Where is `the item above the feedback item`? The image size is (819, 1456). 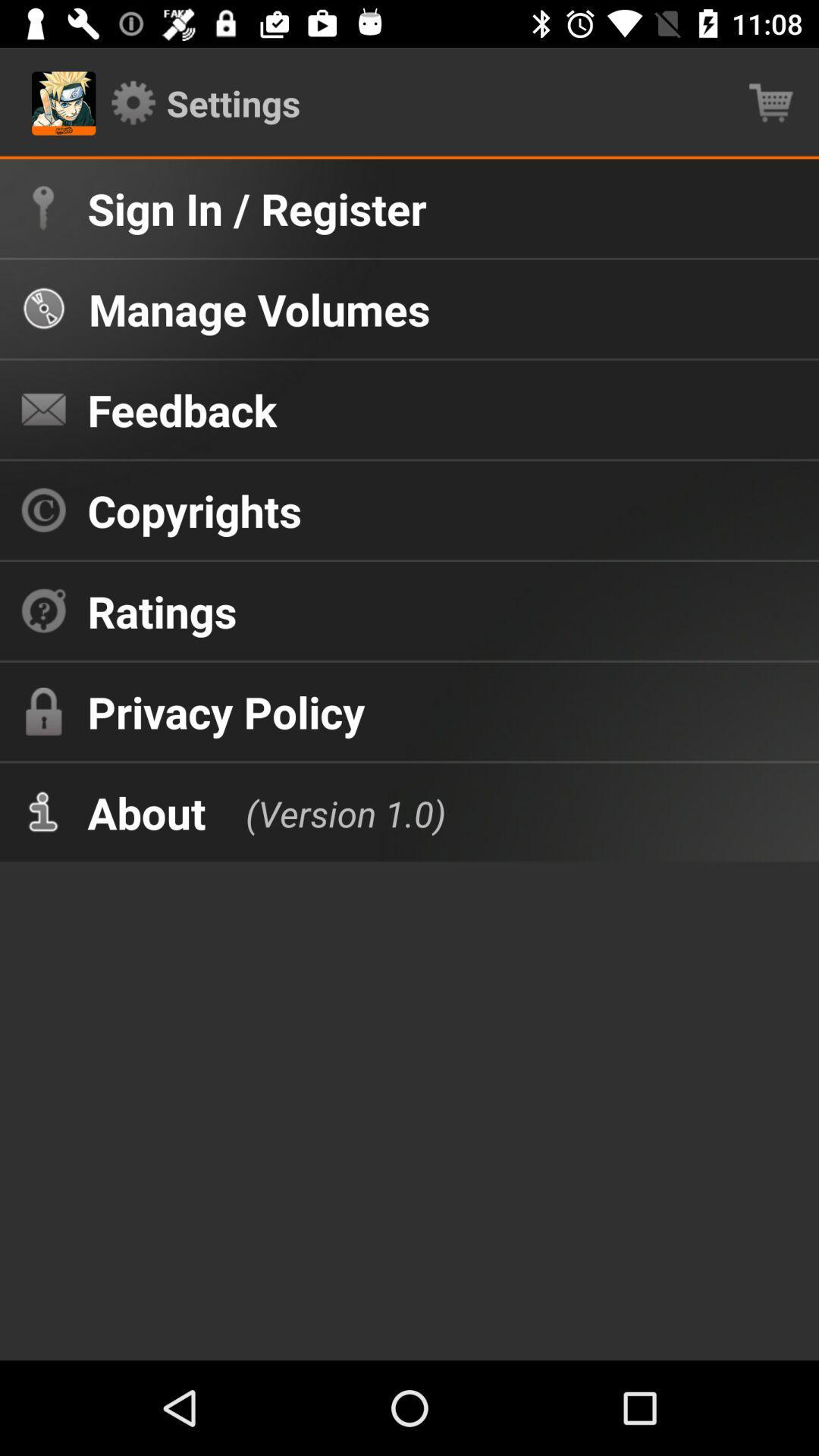
the item above the feedback item is located at coordinates (259, 308).